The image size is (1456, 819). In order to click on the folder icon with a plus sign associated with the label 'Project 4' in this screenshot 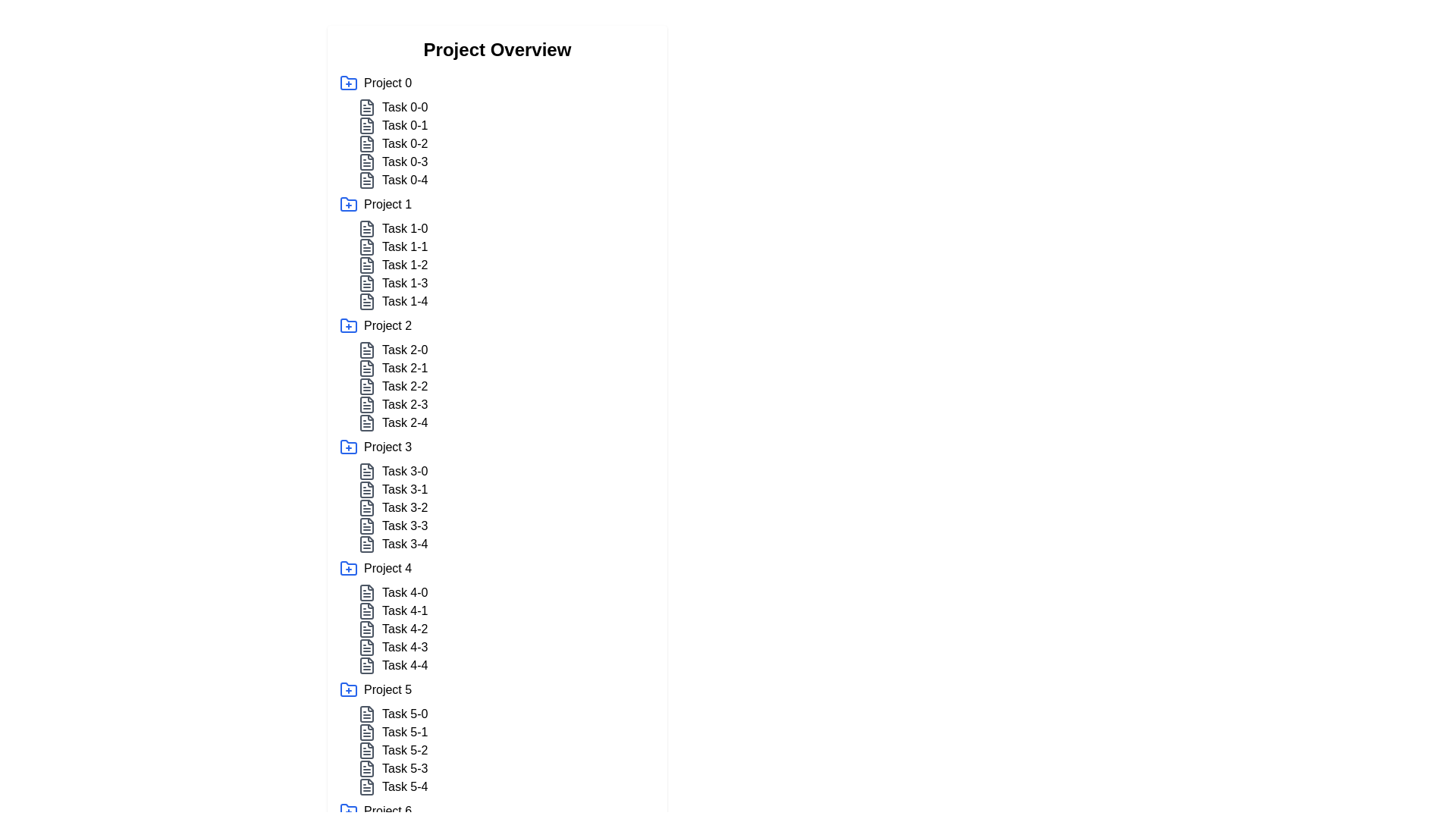, I will do `click(348, 567)`.